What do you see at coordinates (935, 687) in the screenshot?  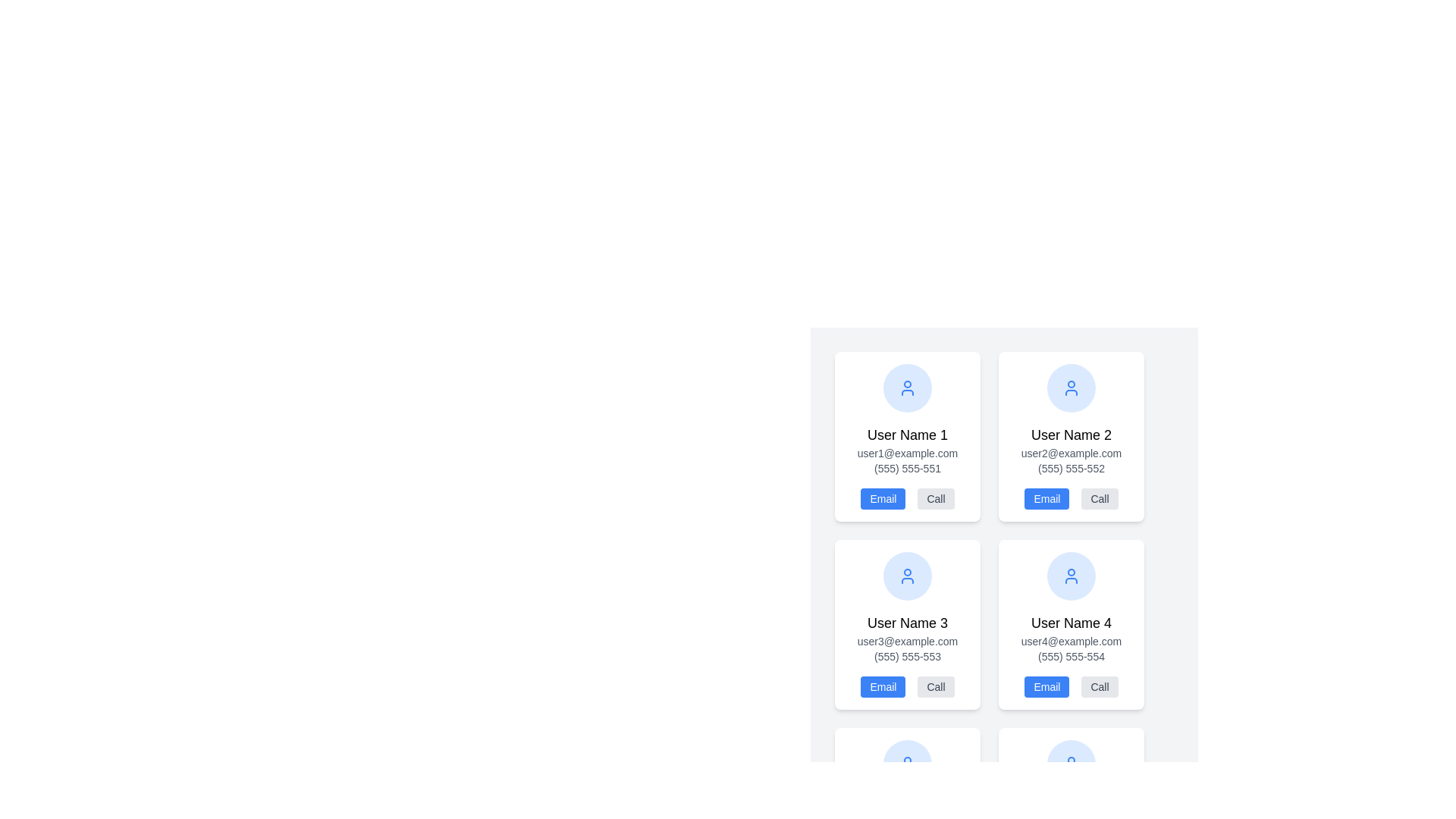 I see `the 'Call' button, which is the second button from the left in a row of two buttons within the card for 'User Name 3', located at the bottom-right of the card` at bounding box center [935, 687].